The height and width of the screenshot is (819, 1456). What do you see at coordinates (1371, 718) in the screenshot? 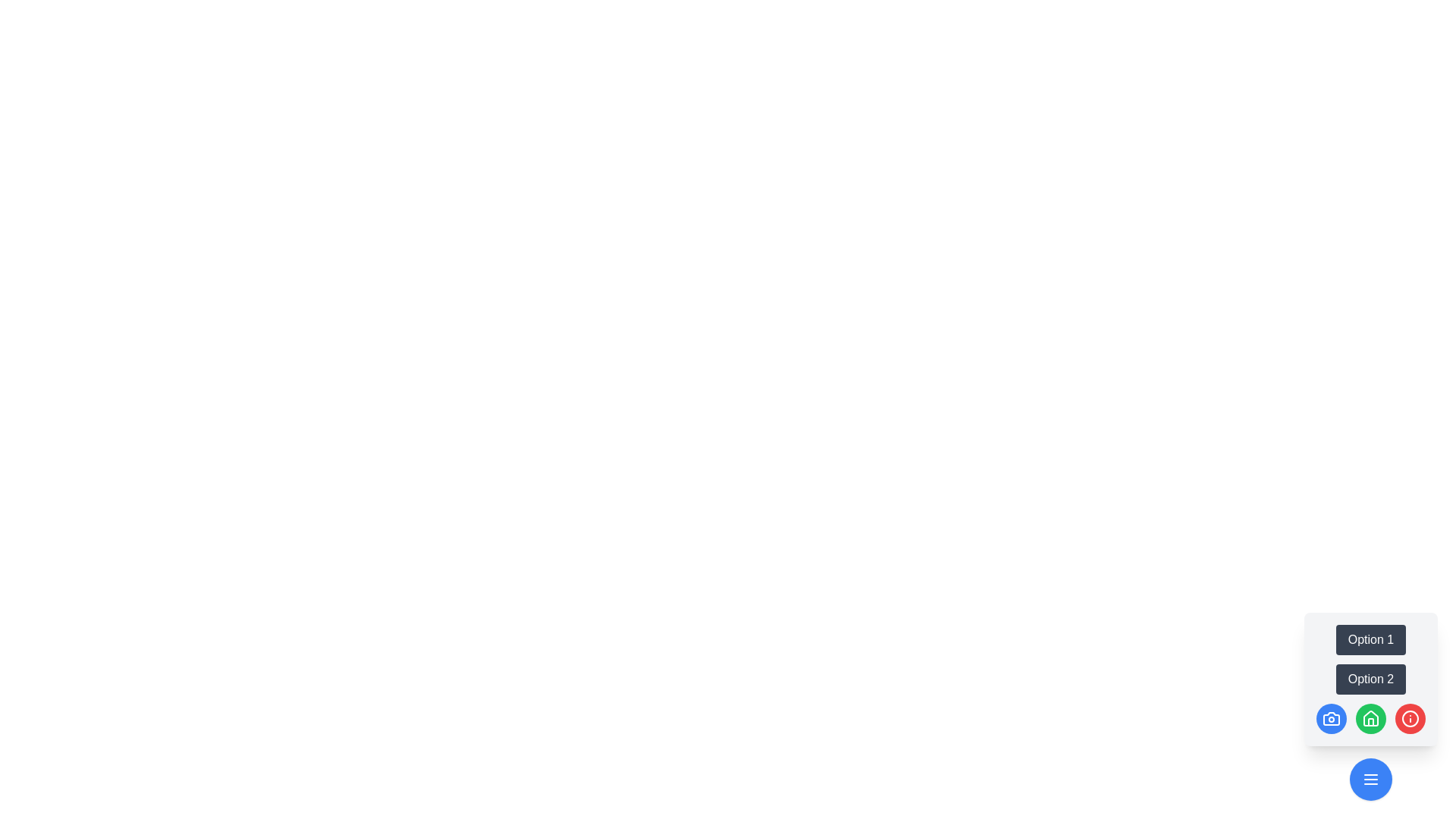
I see `the green circular icon button located in the bottom-right corner of the interface` at bounding box center [1371, 718].